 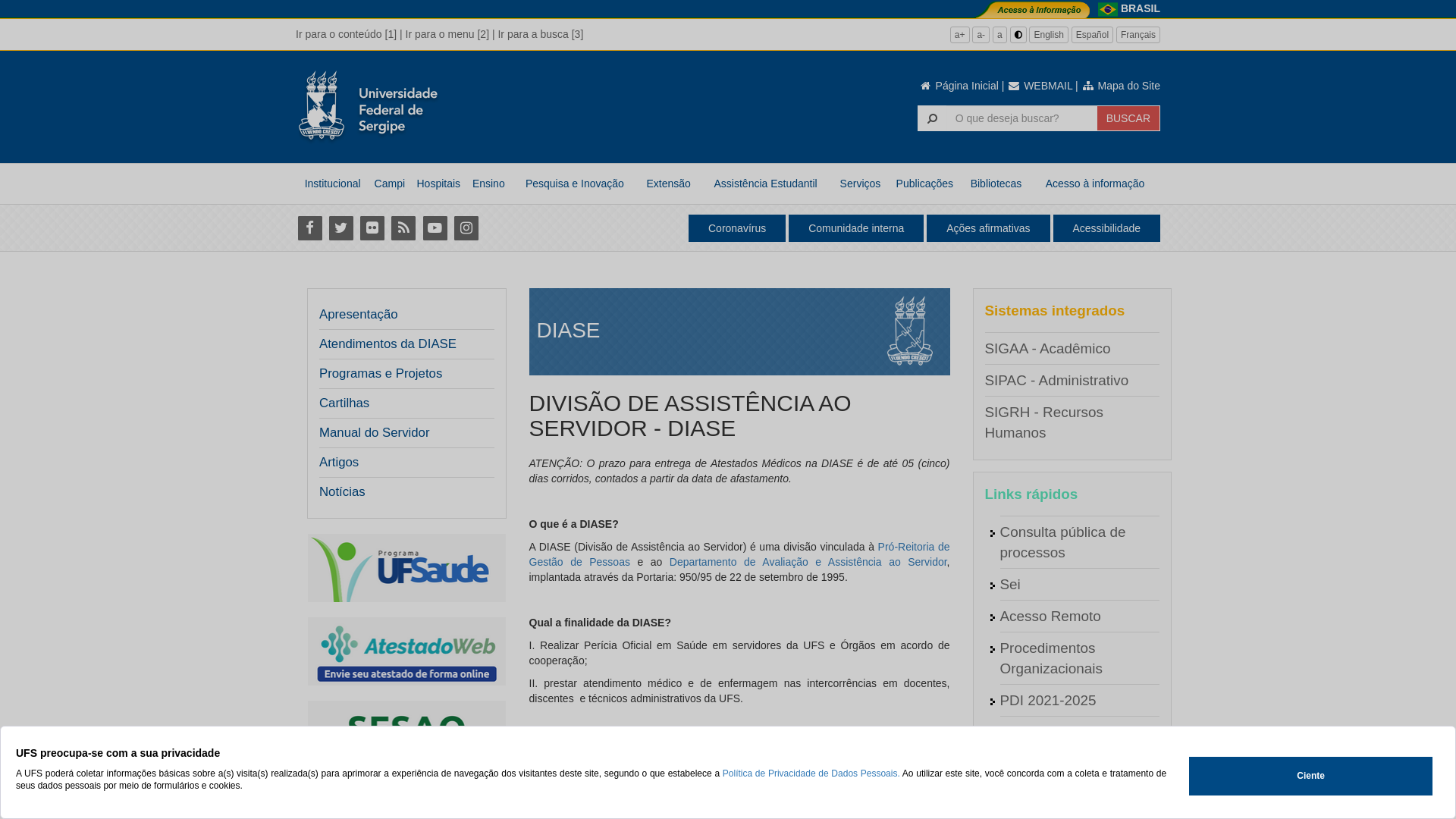 What do you see at coordinates (331, 183) in the screenshot?
I see `'Institucional'` at bounding box center [331, 183].